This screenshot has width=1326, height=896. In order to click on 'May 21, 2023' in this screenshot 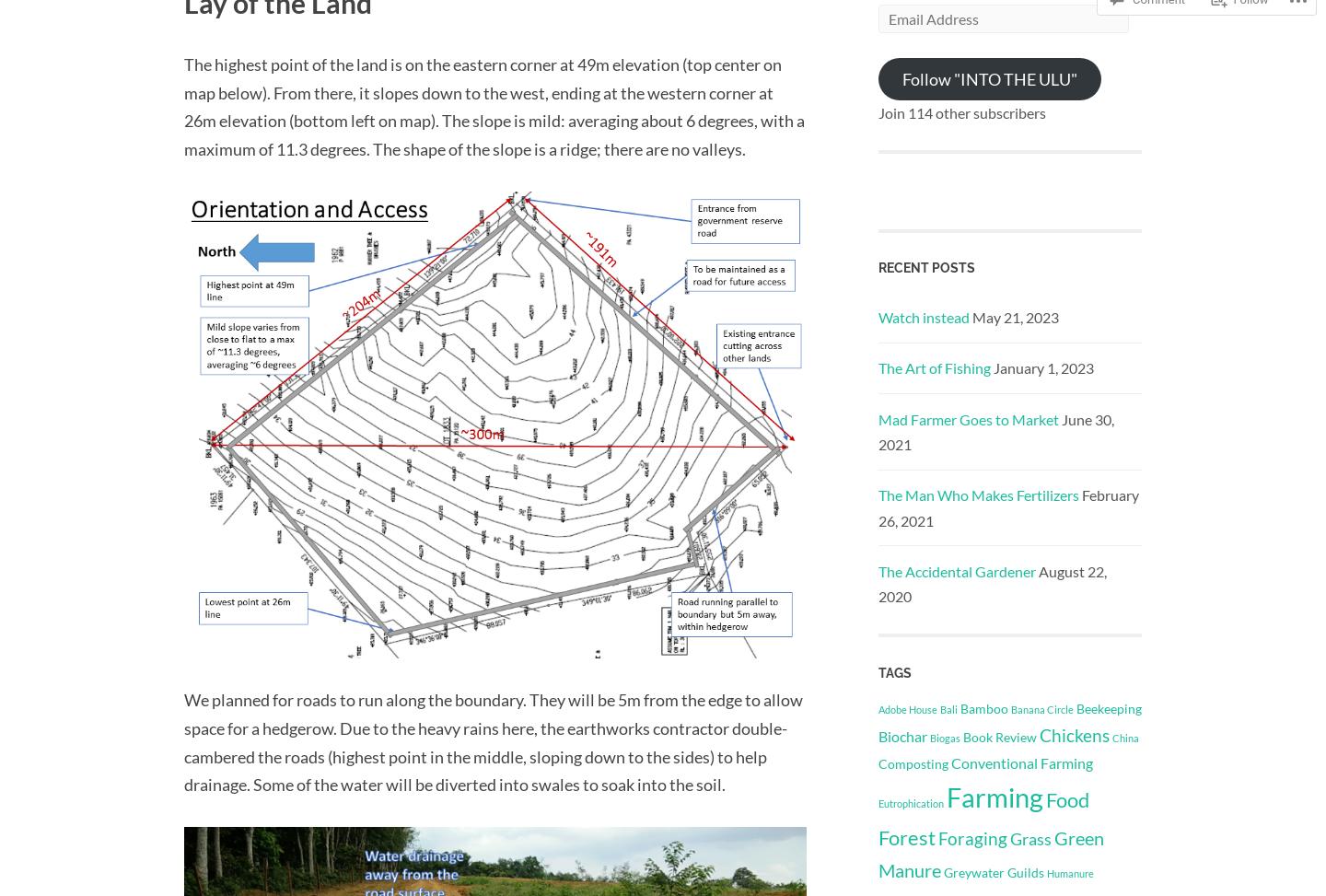, I will do `click(1015, 317)`.